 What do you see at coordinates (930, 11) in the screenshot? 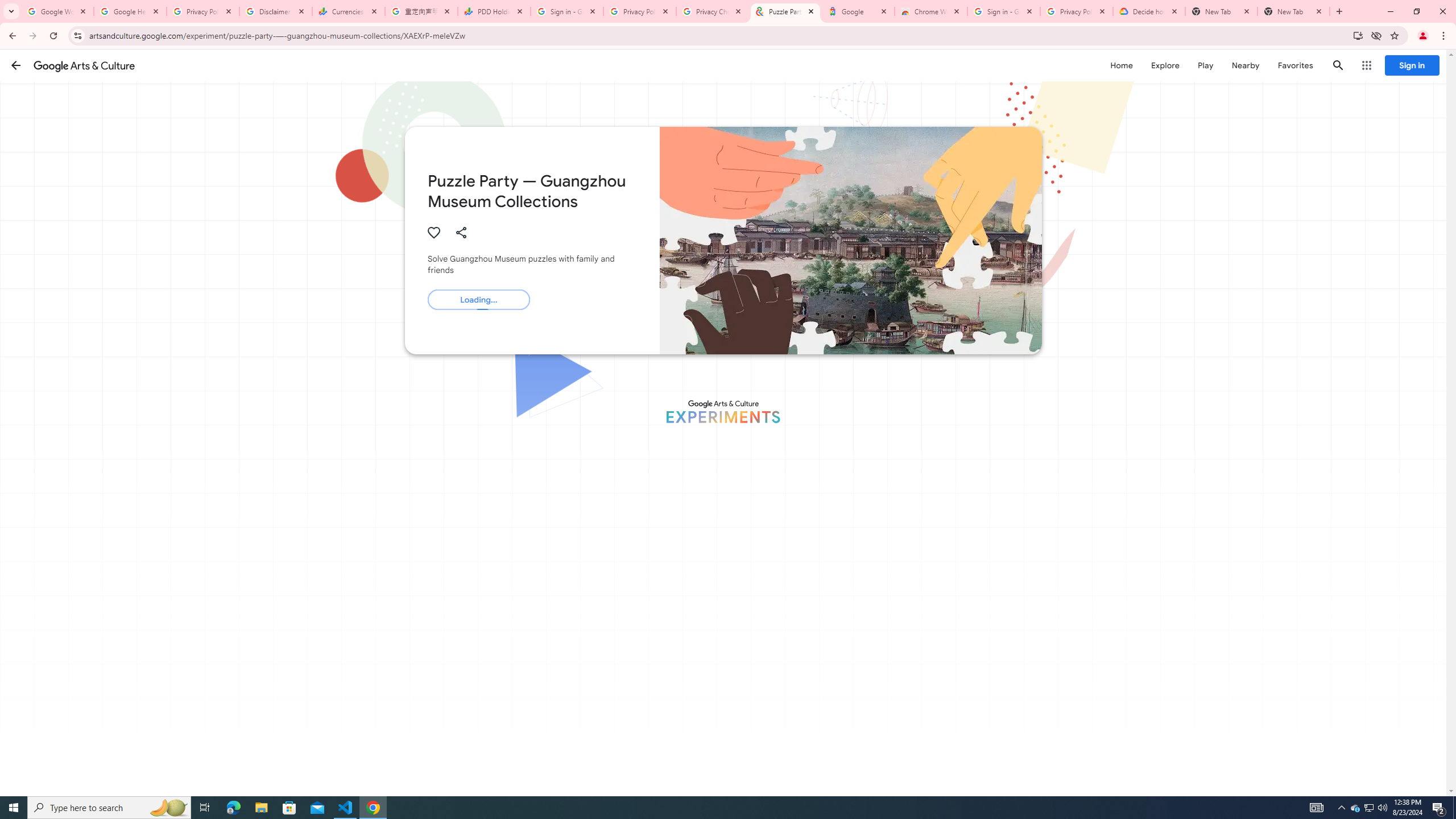
I see `'Chrome Web Store - Color themes by Chrome'` at bounding box center [930, 11].